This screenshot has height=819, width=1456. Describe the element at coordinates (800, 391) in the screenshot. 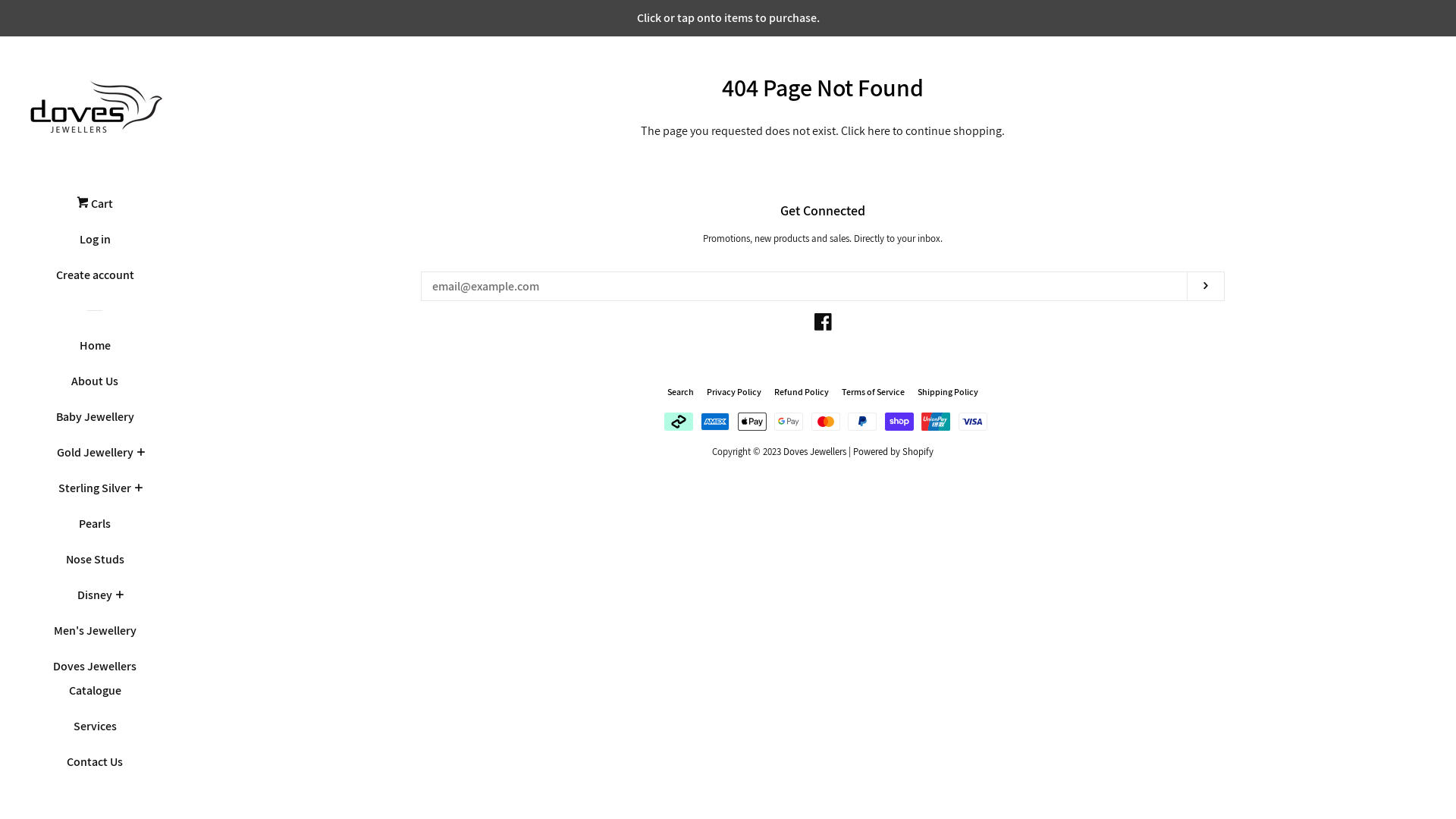

I see `'Refund Policy'` at that location.